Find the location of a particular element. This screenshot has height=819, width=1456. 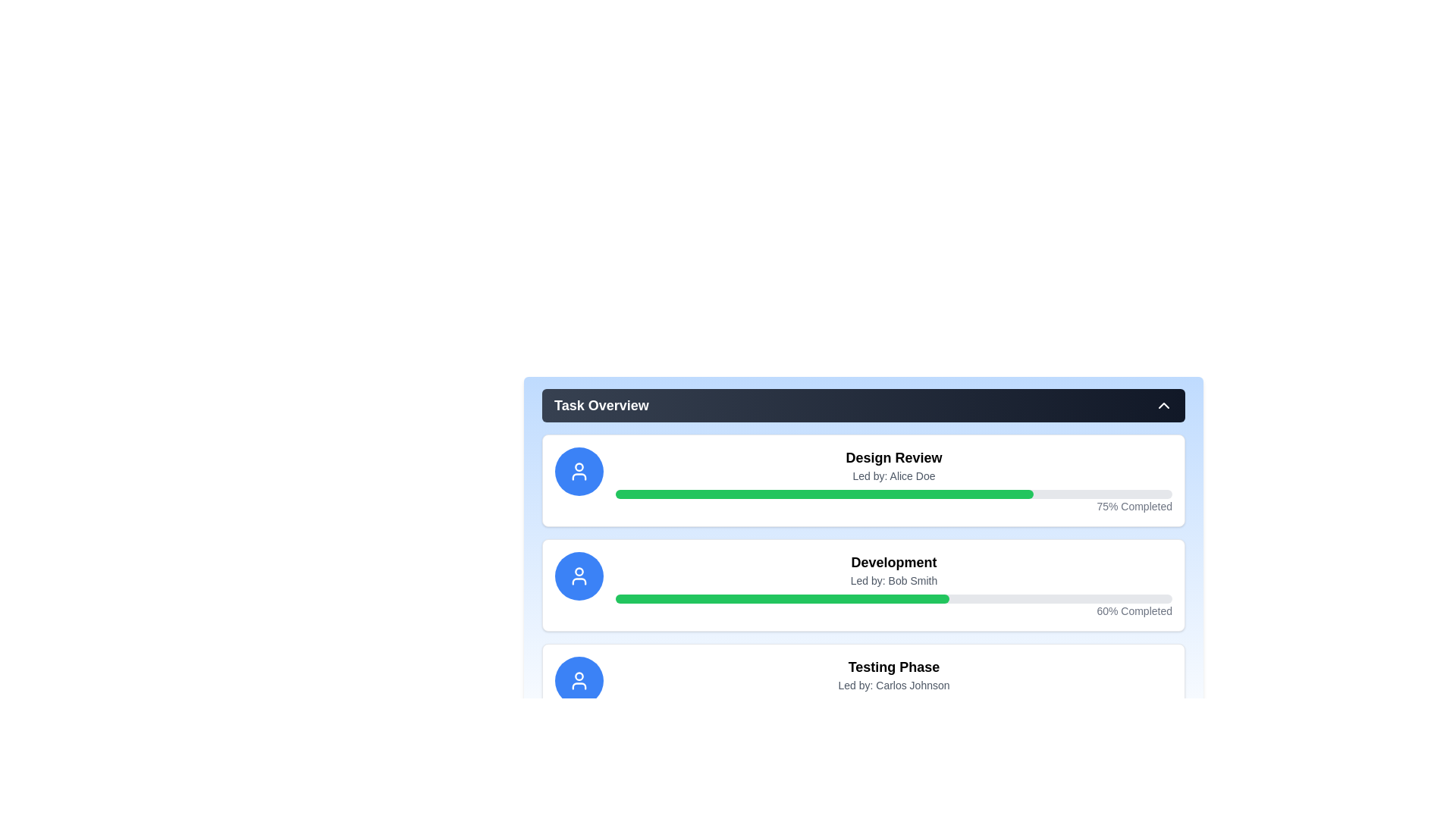

the upward-pointing arrow icon button located on the right side of the 'Task Overview' header bar is located at coordinates (1163, 405).